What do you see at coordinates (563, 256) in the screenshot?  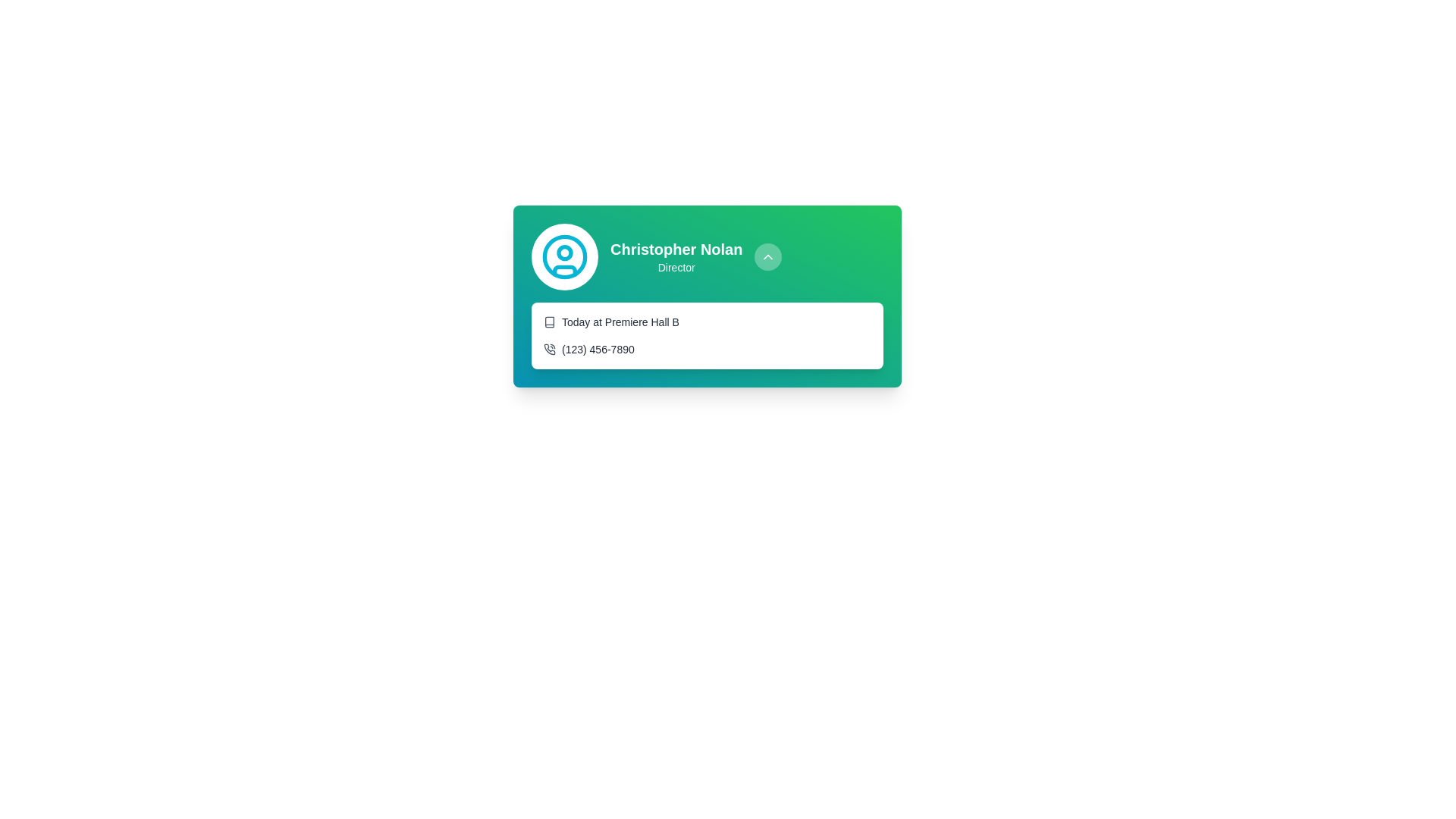 I see `the Circular SVG element that represents the user profile icon, located to the left of the user name and role text` at bounding box center [563, 256].